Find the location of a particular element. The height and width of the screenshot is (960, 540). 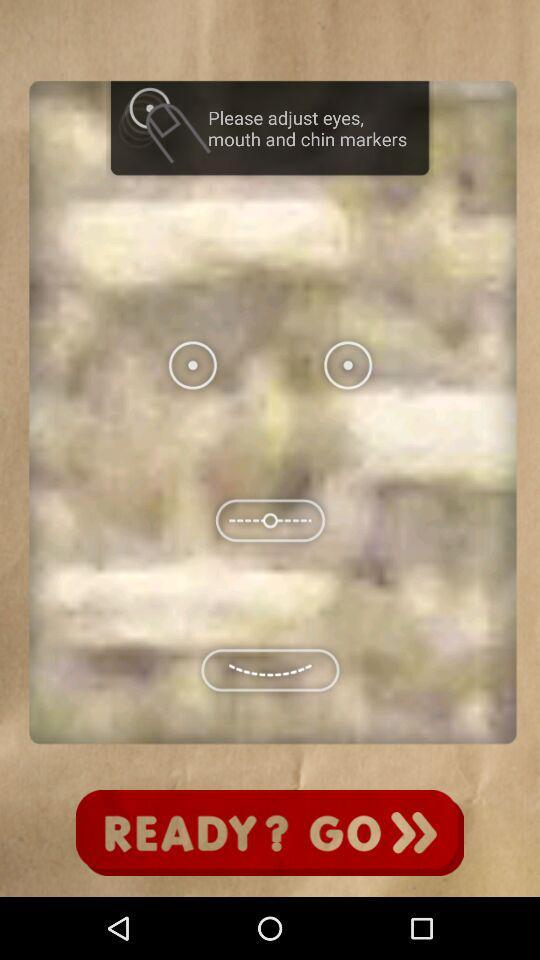

ready to go is located at coordinates (270, 833).